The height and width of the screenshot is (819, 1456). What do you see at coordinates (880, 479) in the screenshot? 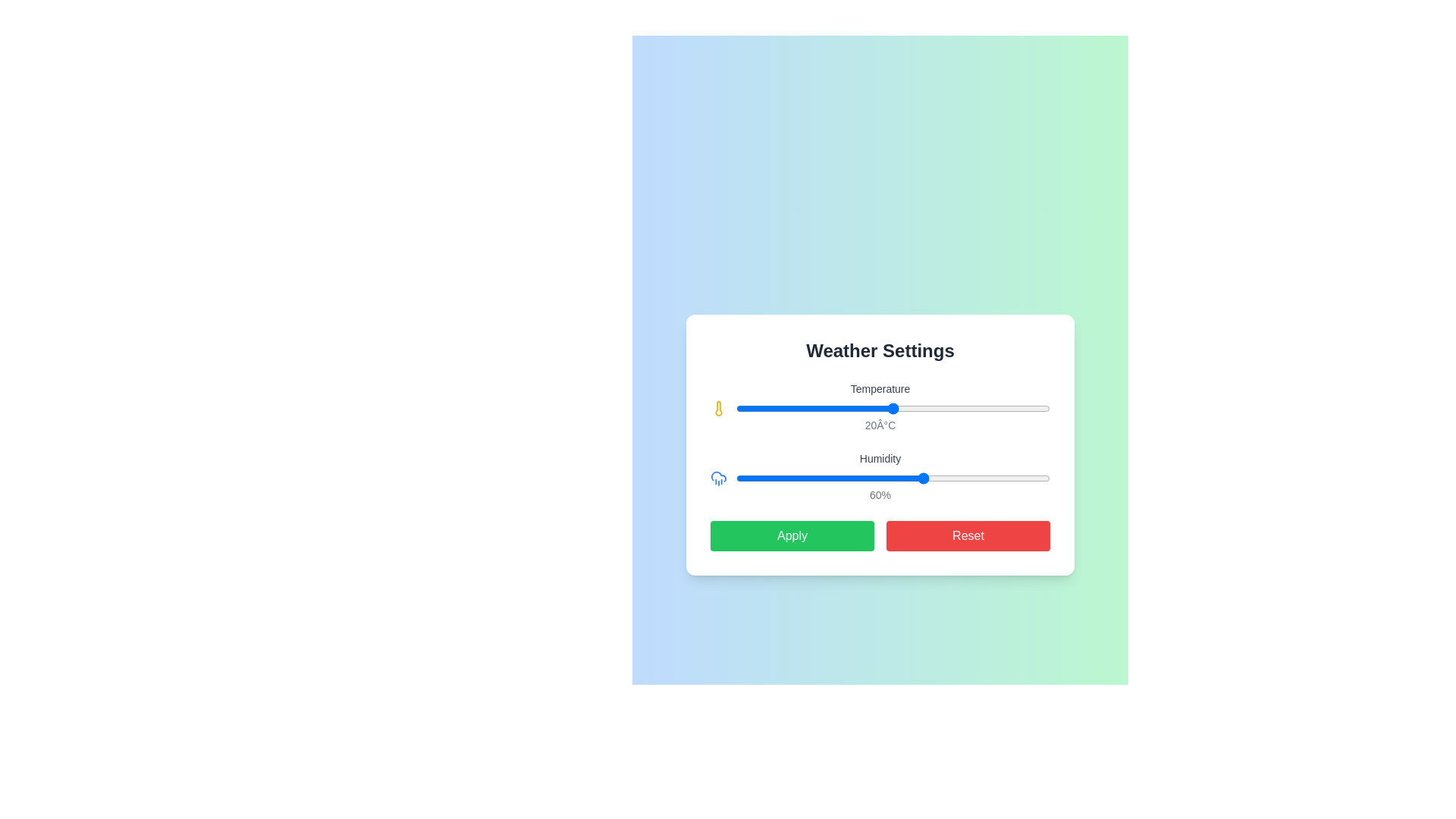
I see `the horizontal slider bar located below the 'Humidity' label and above the '60%' text for keyboard interaction` at bounding box center [880, 479].